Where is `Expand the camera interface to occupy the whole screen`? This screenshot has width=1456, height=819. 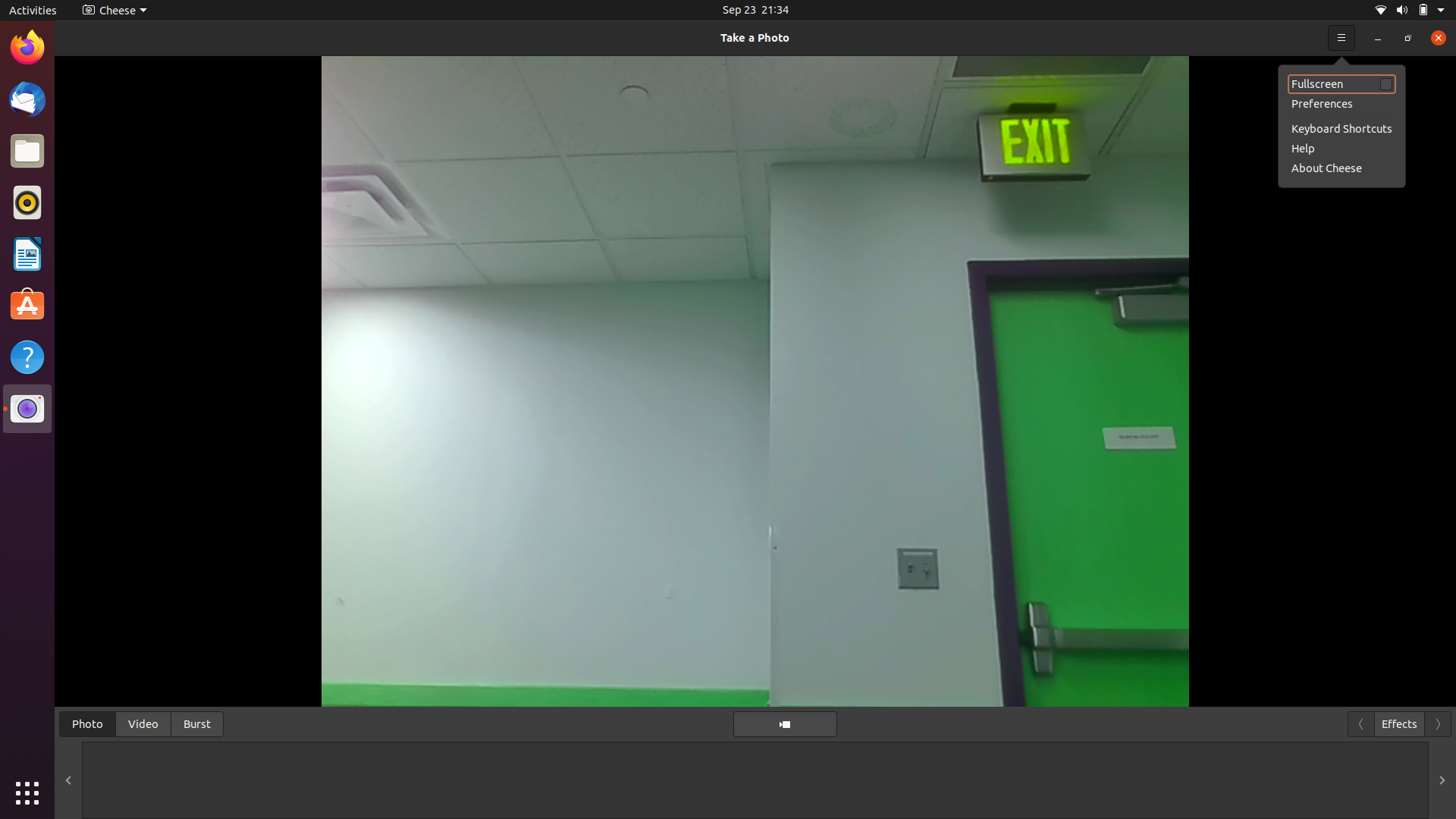 Expand the camera interface to occupy the whole screen is located at coordinates (1341, 36).